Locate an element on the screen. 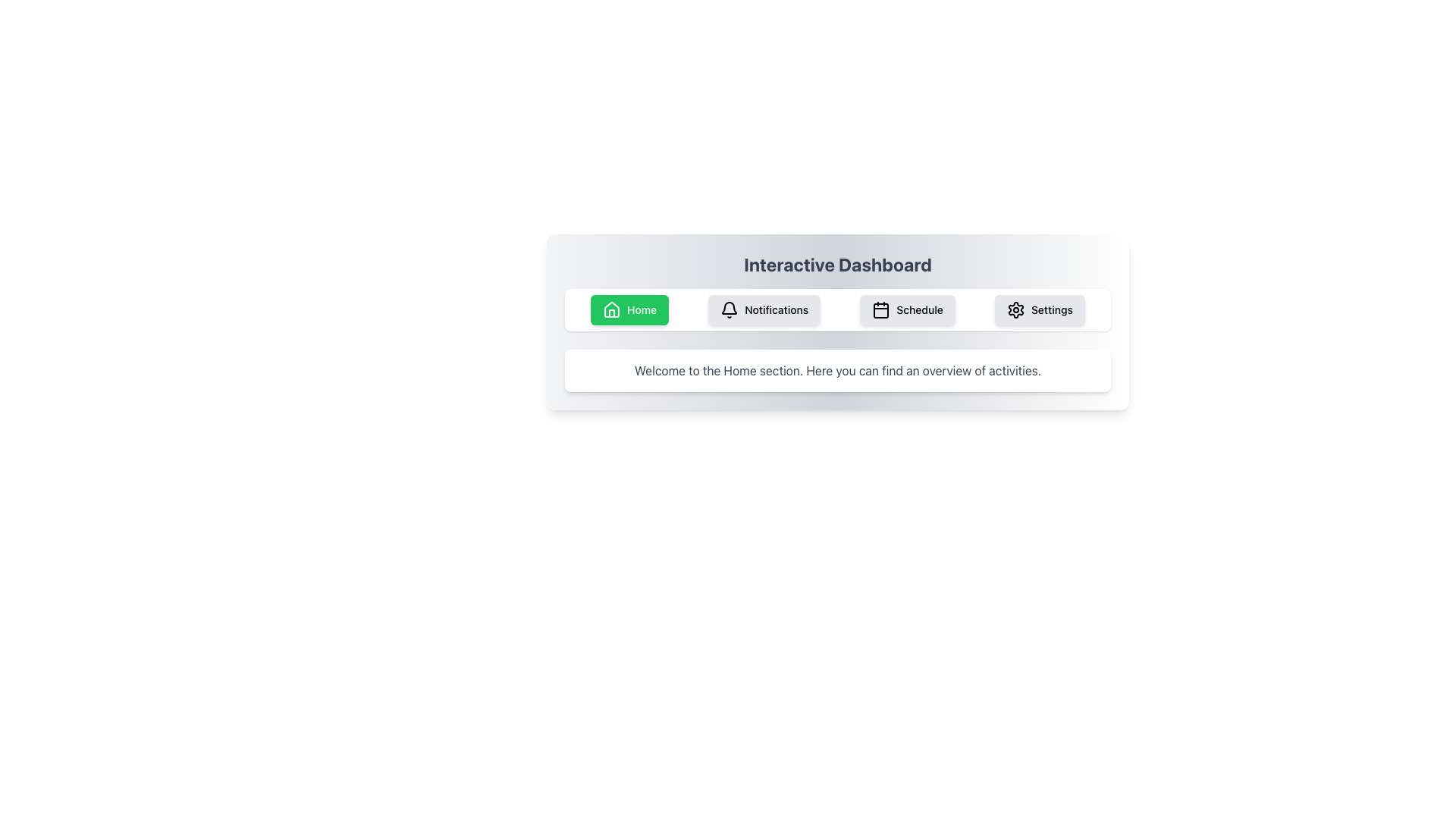 This screenshot has height=819, width=1456. the label text that indicates the function of the 'Notifications' button, enhancing the understanding of its purpose is located at coordinates (777, 309).